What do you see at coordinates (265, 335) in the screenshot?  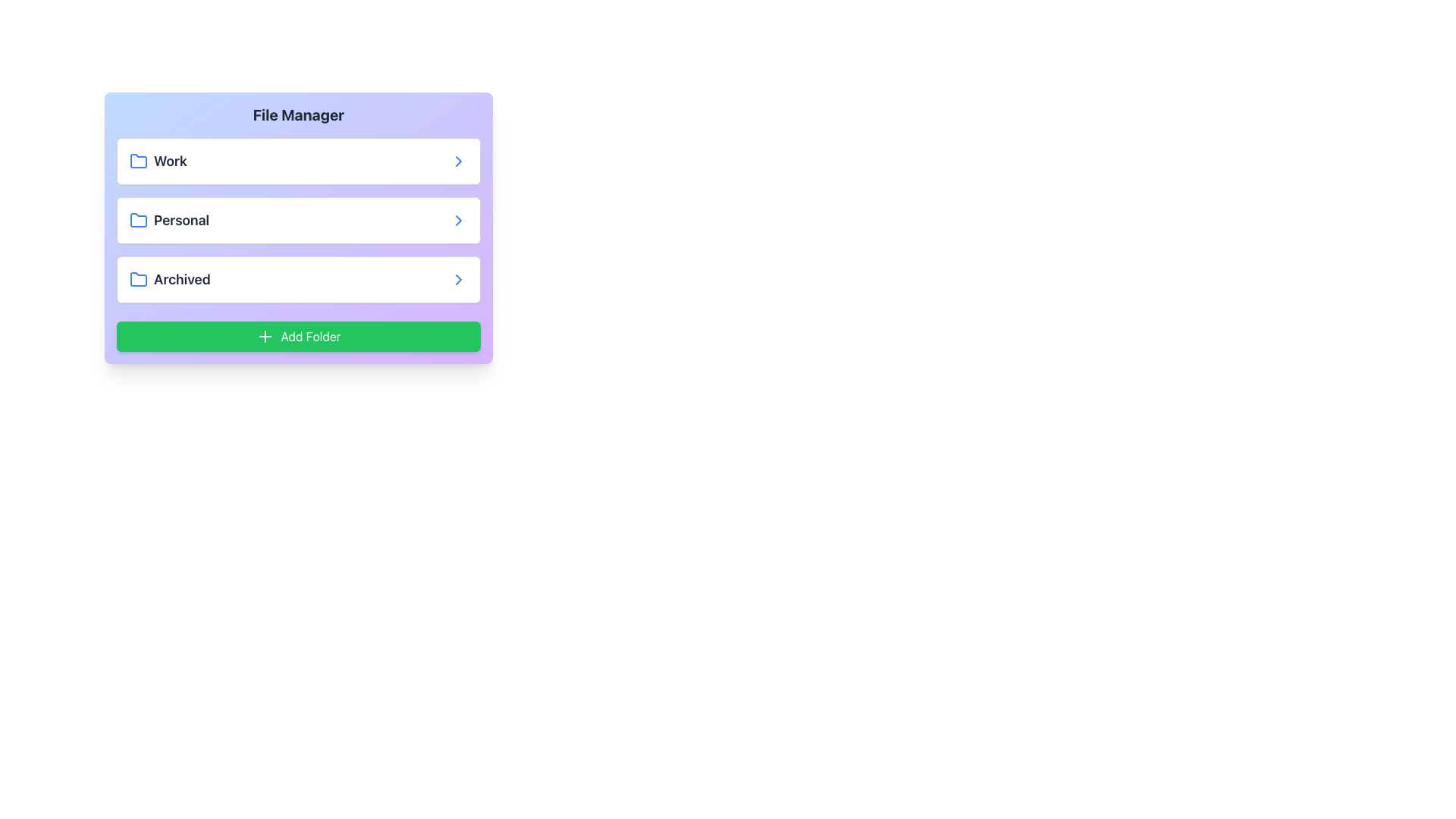 I see `the green 'Add Folder' button containing a white 'plus' sign icon, located at the bottom-center of the interface` at bounding box center [265, 335].